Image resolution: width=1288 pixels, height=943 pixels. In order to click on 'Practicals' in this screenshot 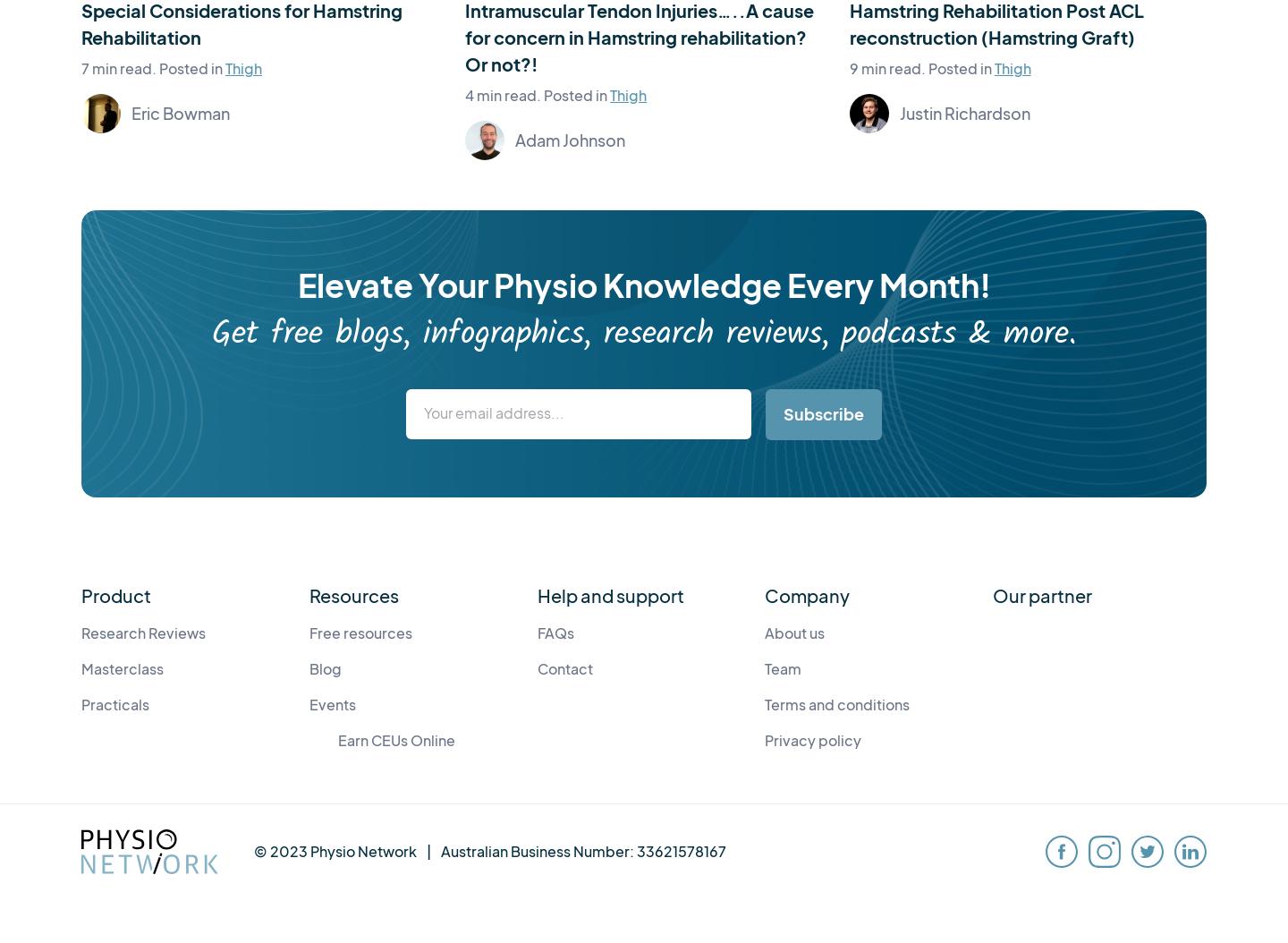, I will do `click(81, 703)`.